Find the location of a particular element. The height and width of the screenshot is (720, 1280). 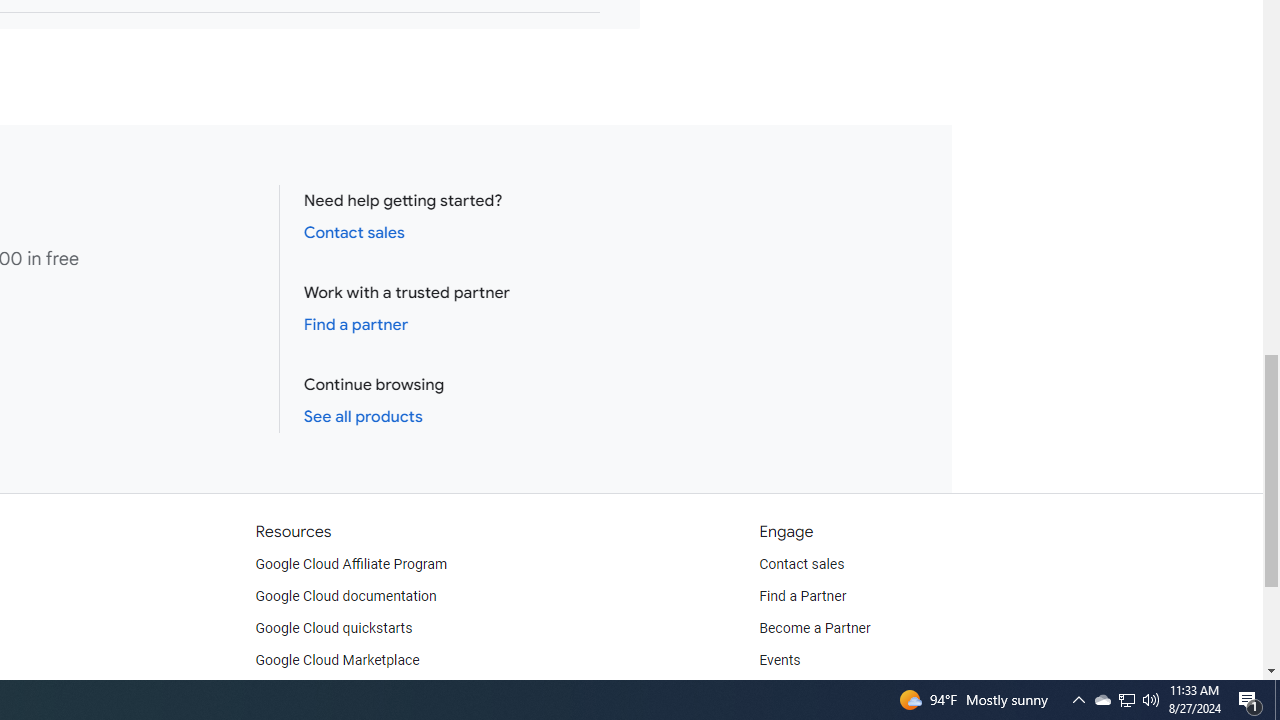

'Become a Partner' is located at coordinates (814, 627).